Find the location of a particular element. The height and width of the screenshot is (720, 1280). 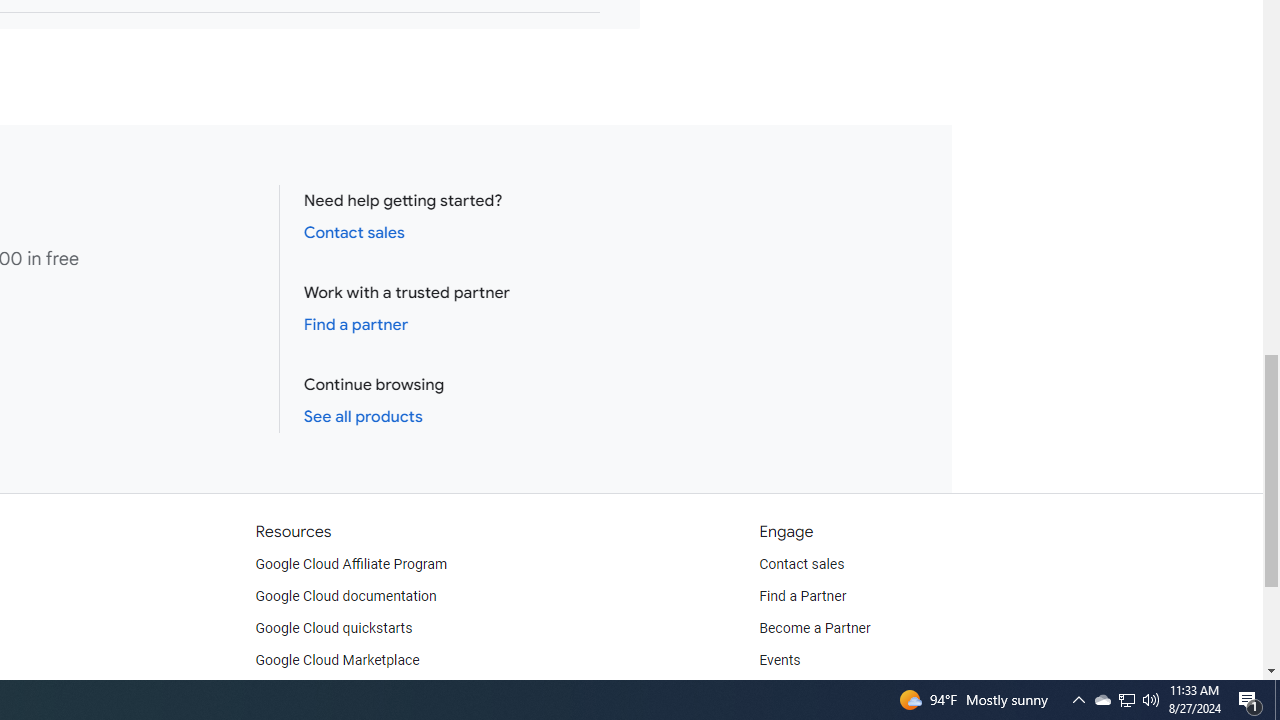

'Become a Partner' is located at coordinates (814, 627).